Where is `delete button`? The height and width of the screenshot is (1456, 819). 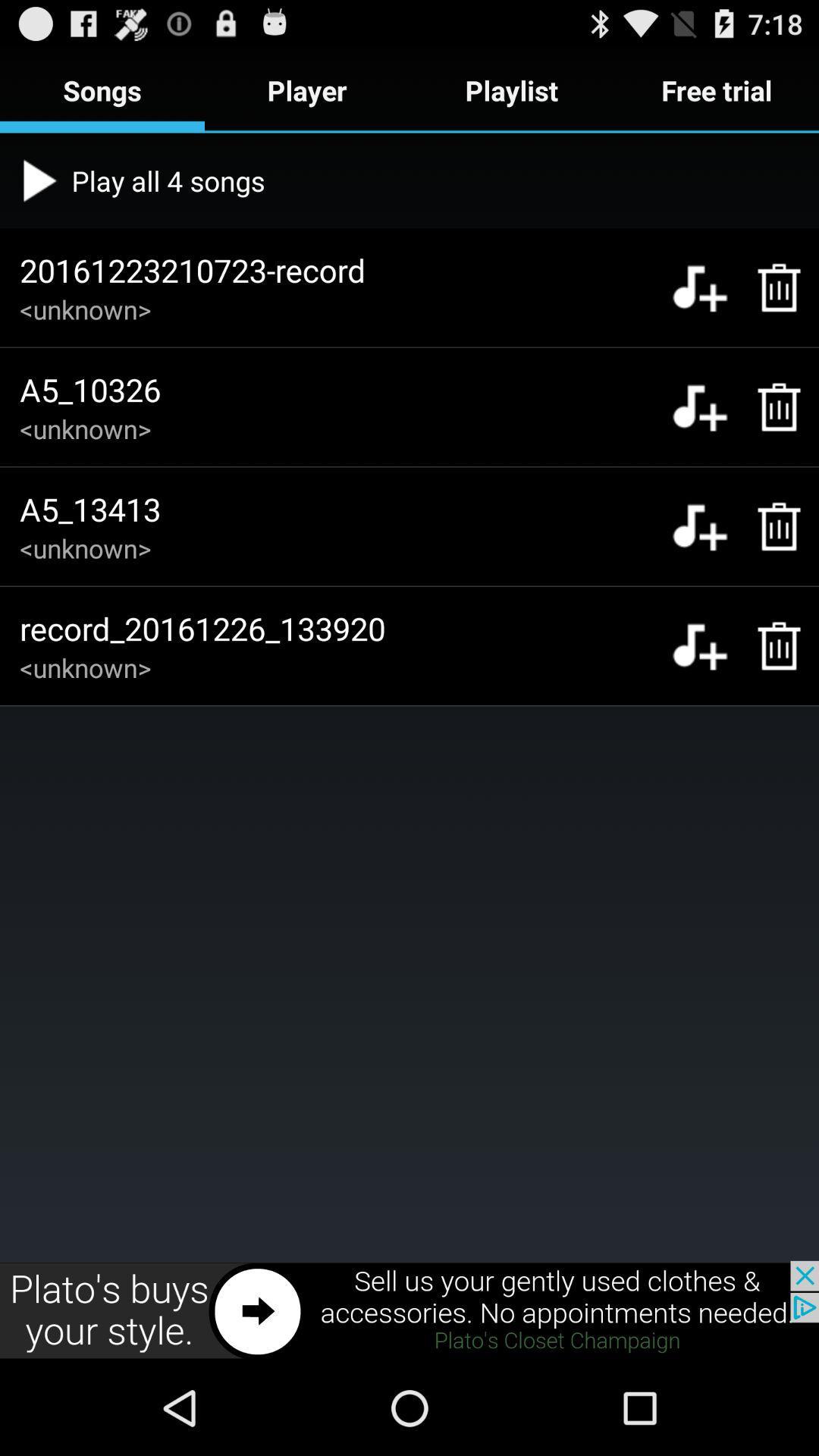 delete button is located at coordinates (771, 526).